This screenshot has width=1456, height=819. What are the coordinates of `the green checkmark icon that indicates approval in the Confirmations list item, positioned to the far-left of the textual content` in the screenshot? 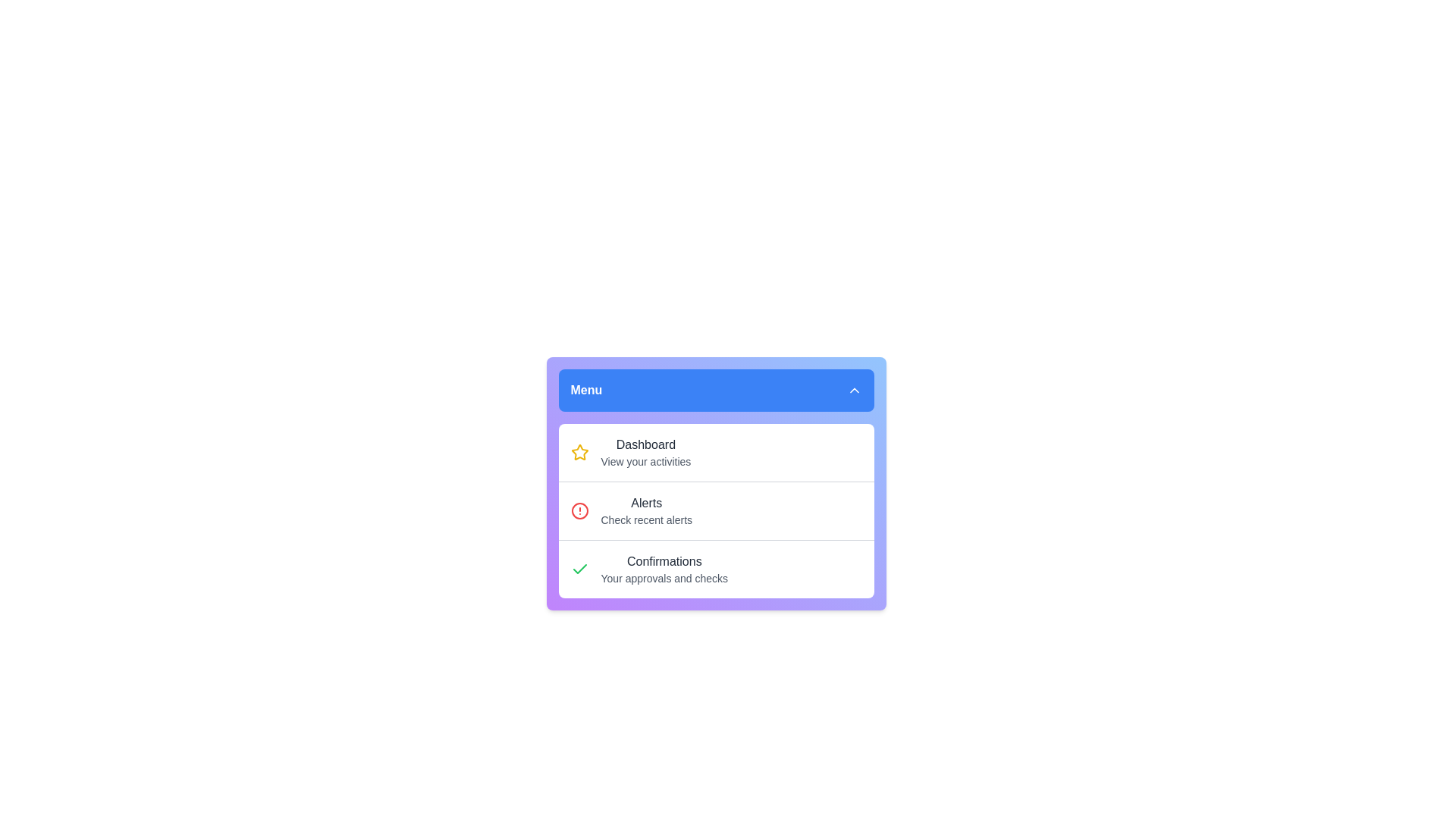 It's located at (579, 570).